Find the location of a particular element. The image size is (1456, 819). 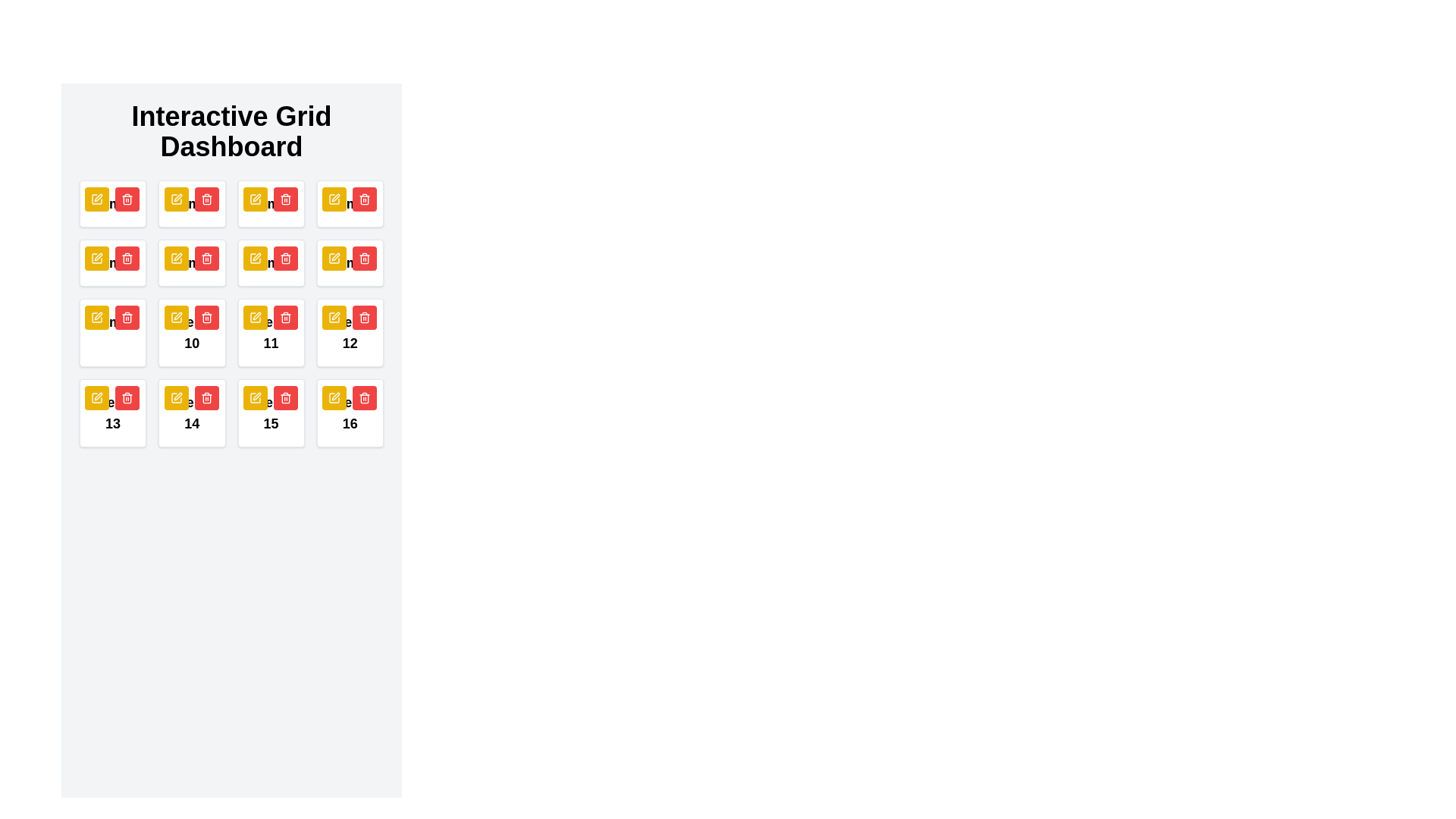

the static text label 'Item 14' located at the bottom of the fifth card in the fourth row of a 4 x 4 card layout is located at coordinates (191, 413).